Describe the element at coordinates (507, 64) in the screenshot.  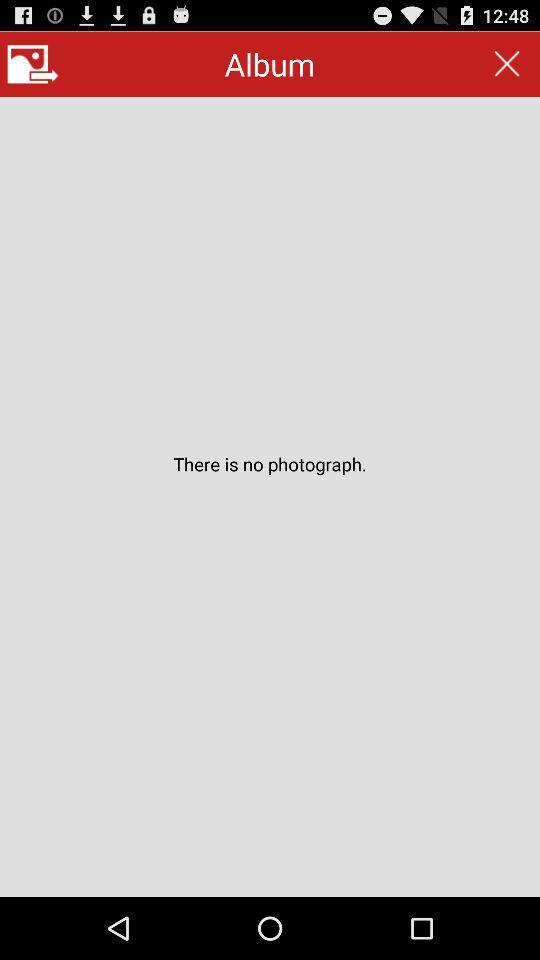
I see `item to the right of the album` at that location.